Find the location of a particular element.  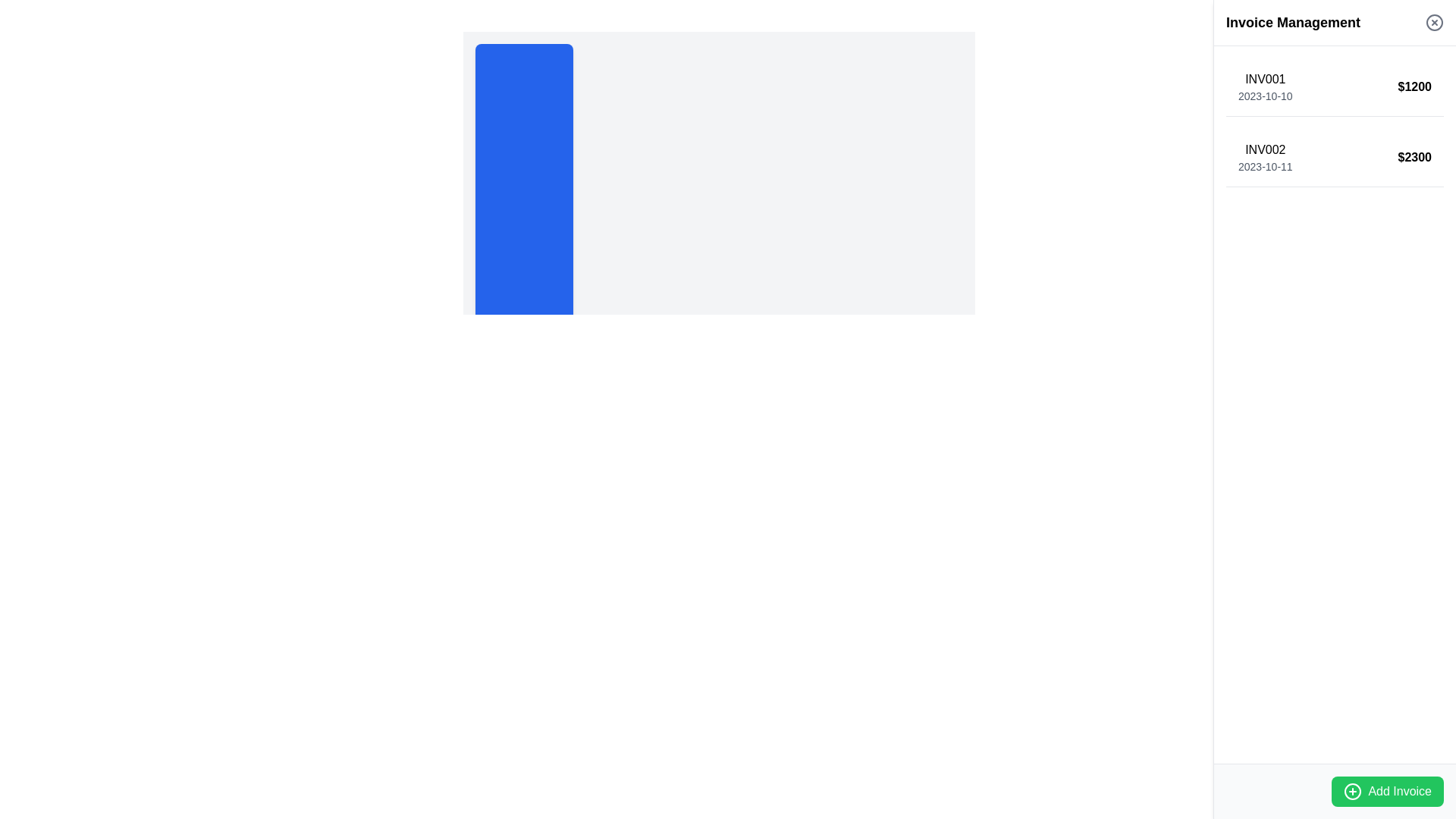

the monetary value text label displaying '$1200', which is positioned in the top item of a vertical list of invoices on the right side of the interface is located at coordinates (1414, 87).